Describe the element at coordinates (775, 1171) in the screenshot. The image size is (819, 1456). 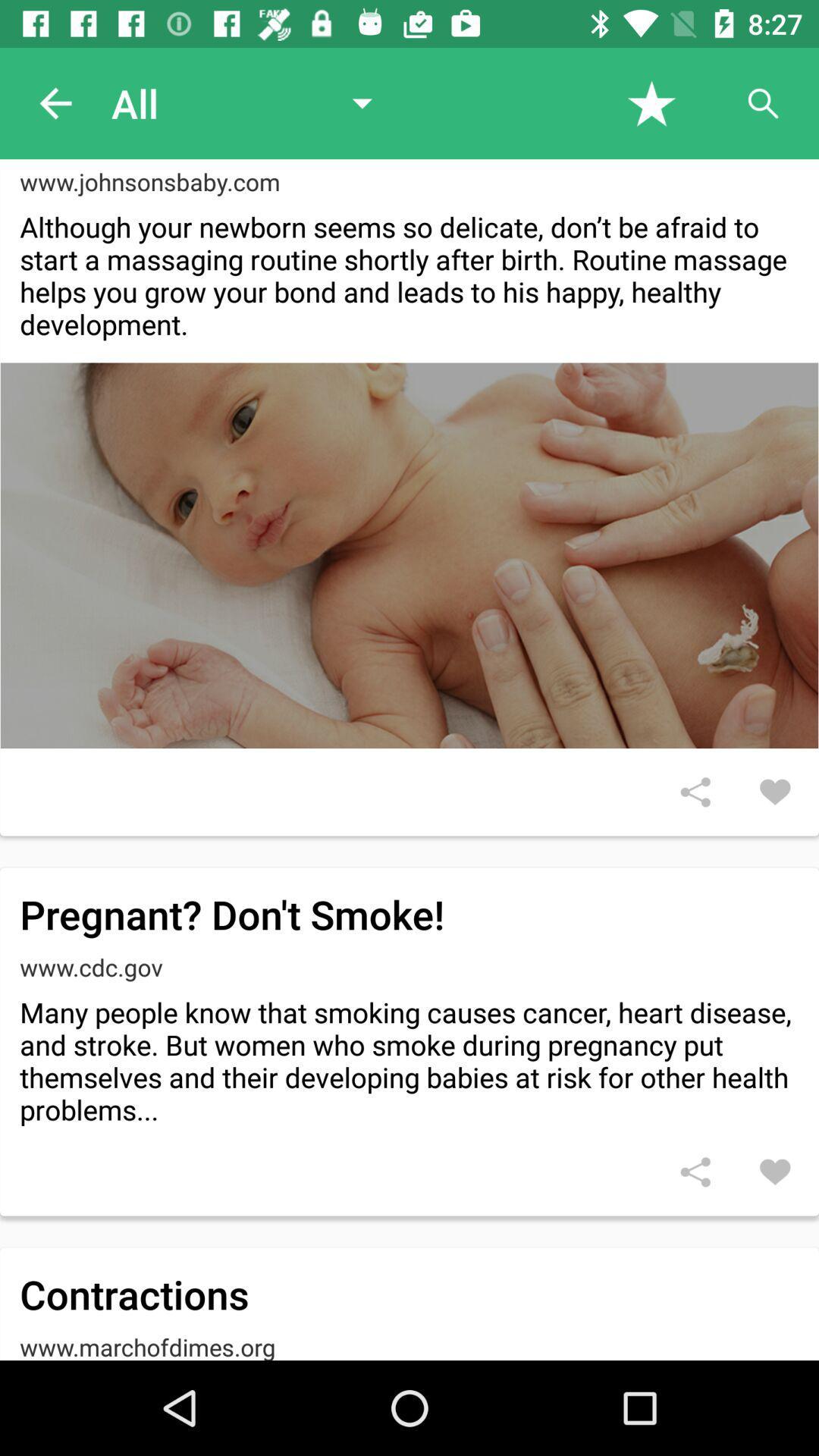
I see `like the article` at that location.